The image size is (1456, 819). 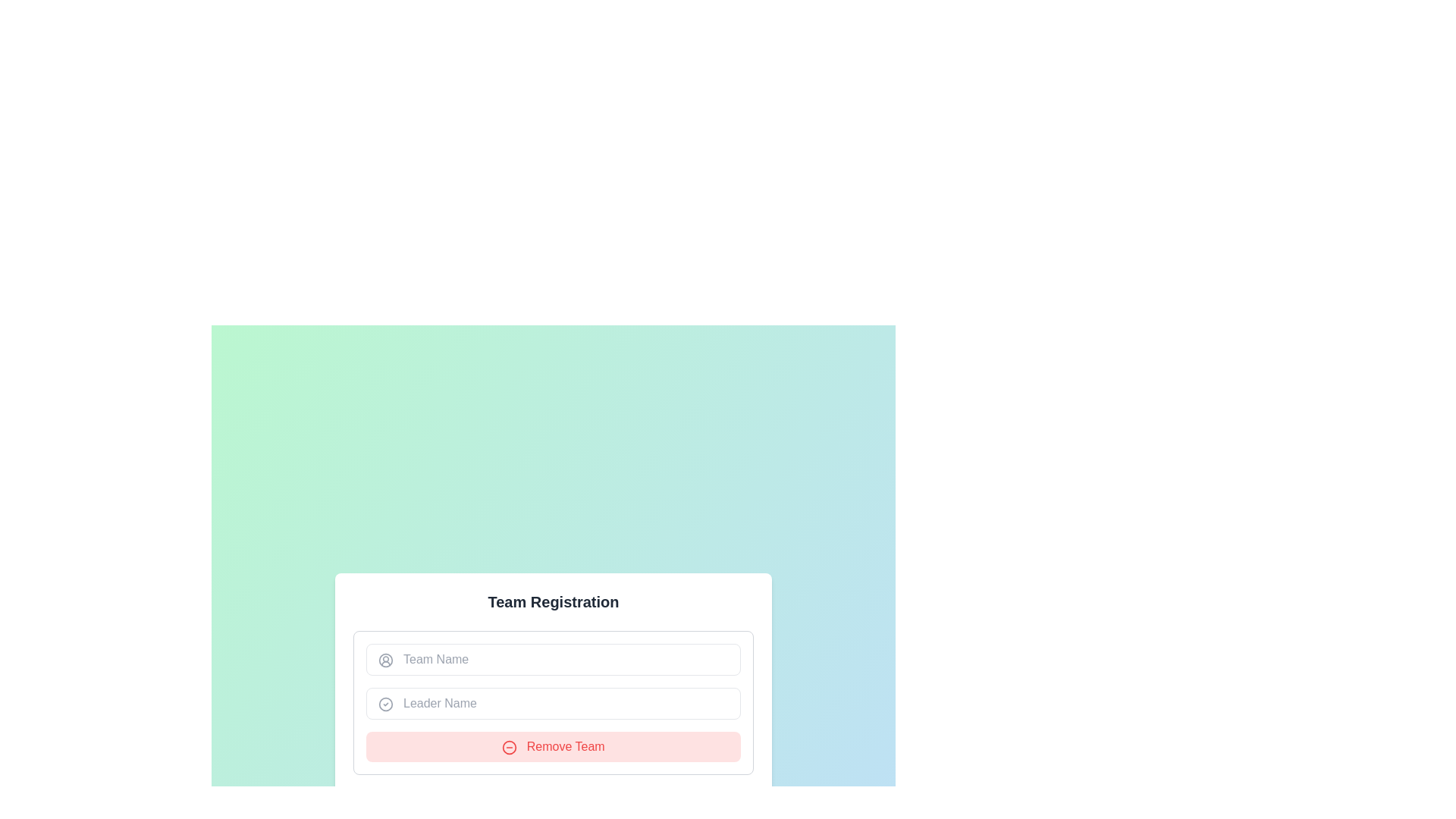 I want to click on the circular red icon with a '-' symbol, located to the left of the 'Remove Team' text within the red button at the bottom of the 'Team Registration' form, so click(x=510, y=746).